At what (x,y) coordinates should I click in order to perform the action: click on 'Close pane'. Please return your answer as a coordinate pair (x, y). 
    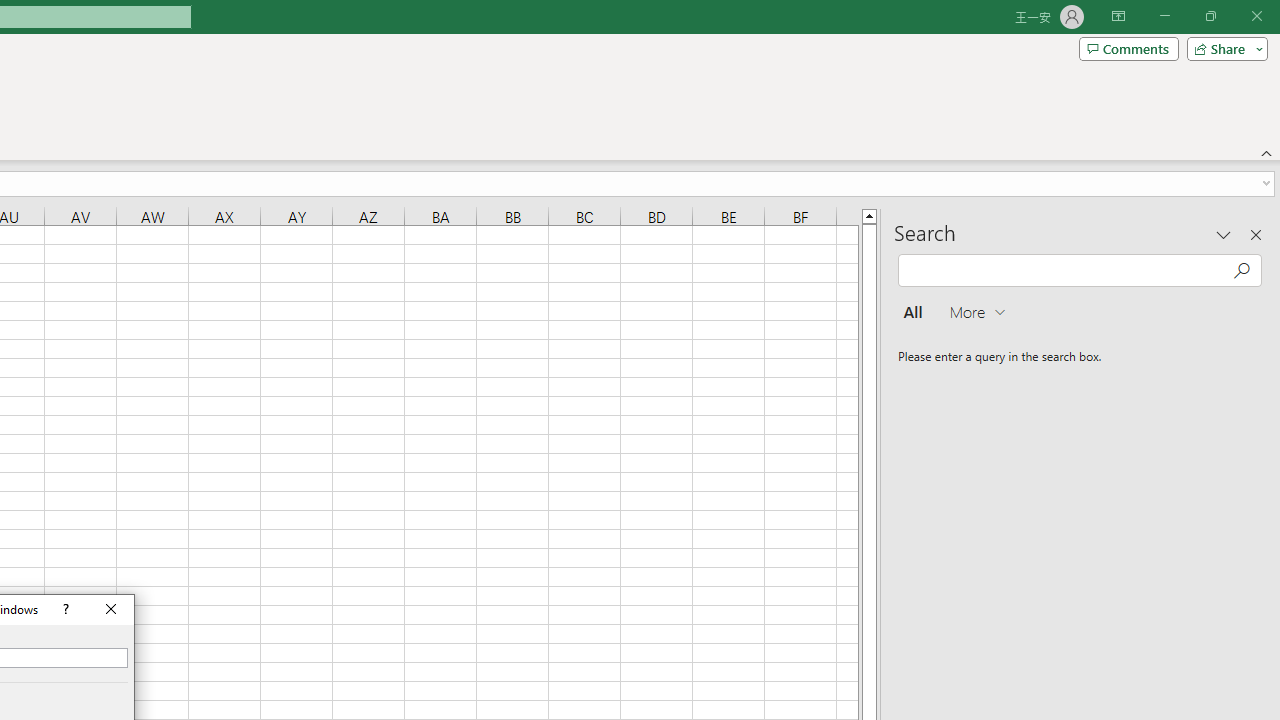
    Looking at the image, I should click on (1255, 234).